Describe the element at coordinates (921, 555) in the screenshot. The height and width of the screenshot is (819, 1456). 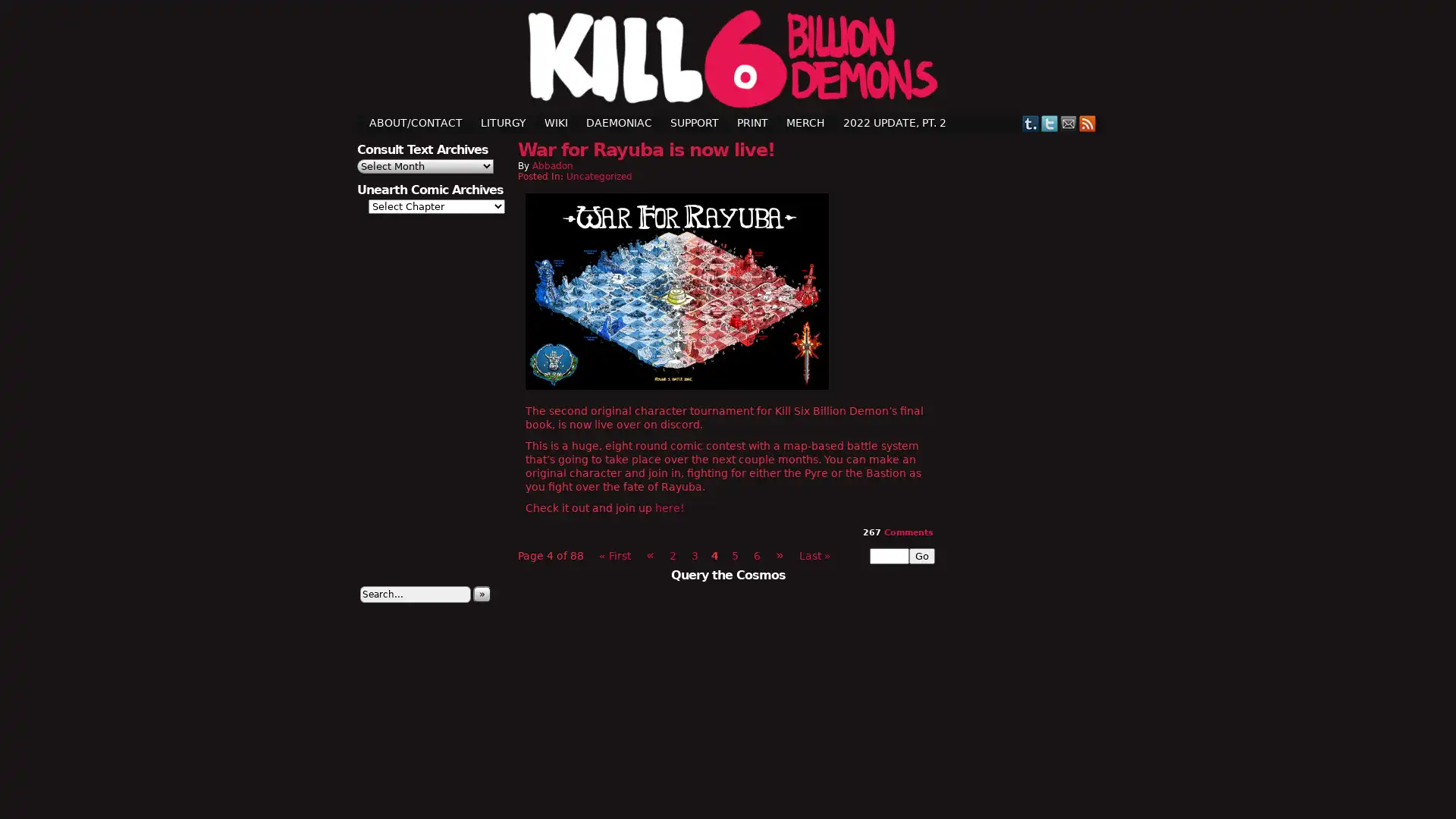
I see `Go` at that location.